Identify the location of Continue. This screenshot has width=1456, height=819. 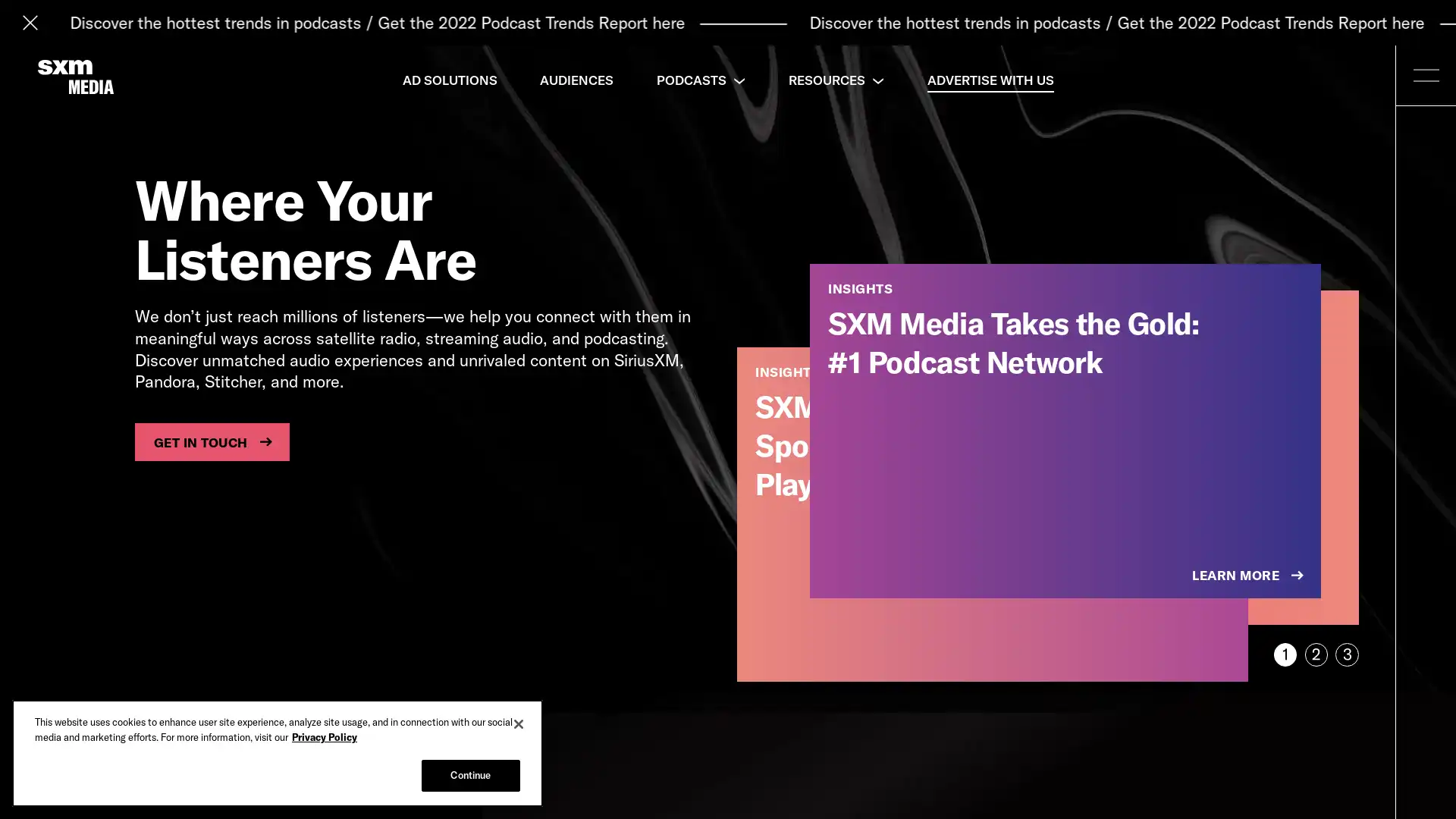
(469, 775).